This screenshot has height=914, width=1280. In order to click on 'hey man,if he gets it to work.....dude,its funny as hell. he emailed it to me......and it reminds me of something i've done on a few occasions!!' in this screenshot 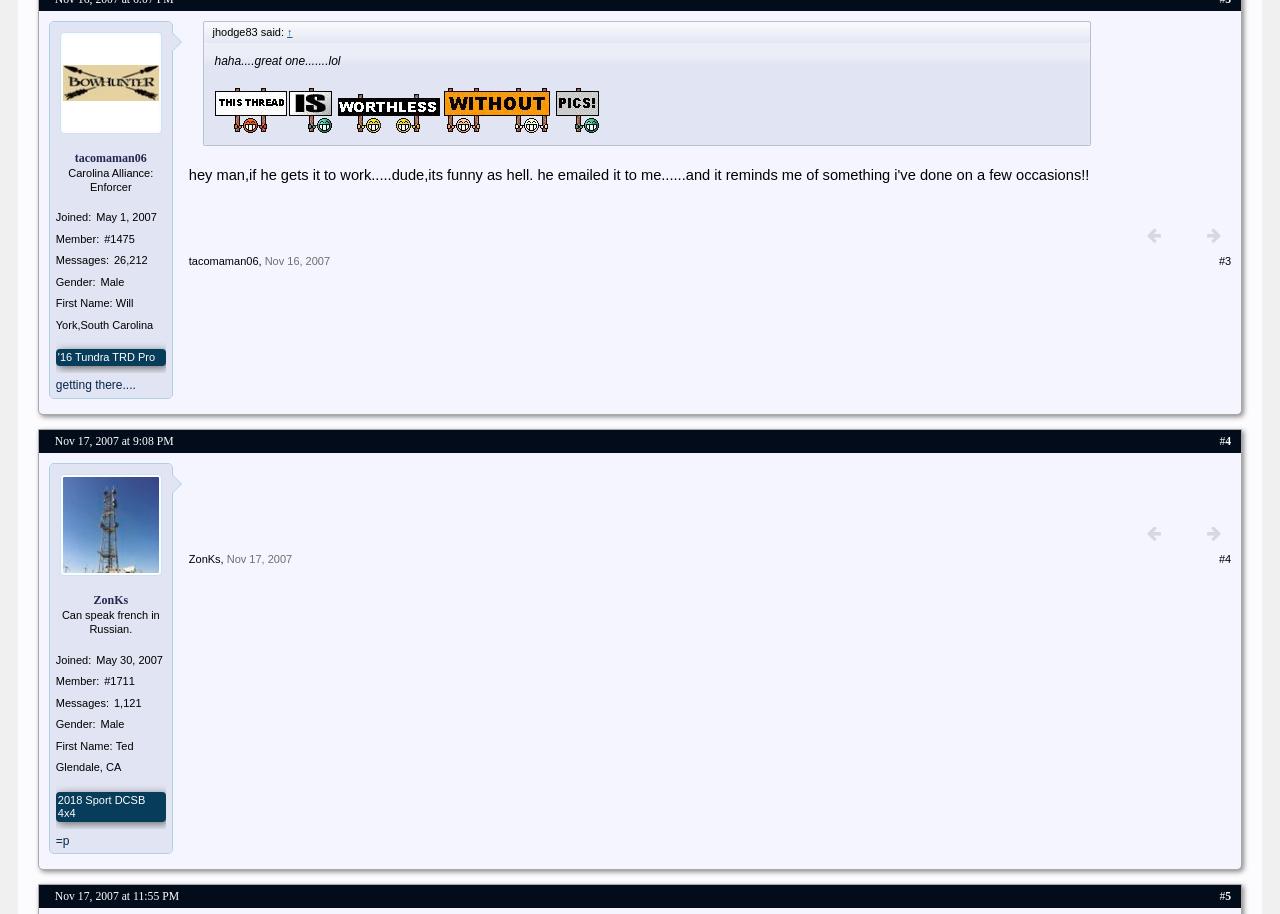, I will do `click(637, 173)`.